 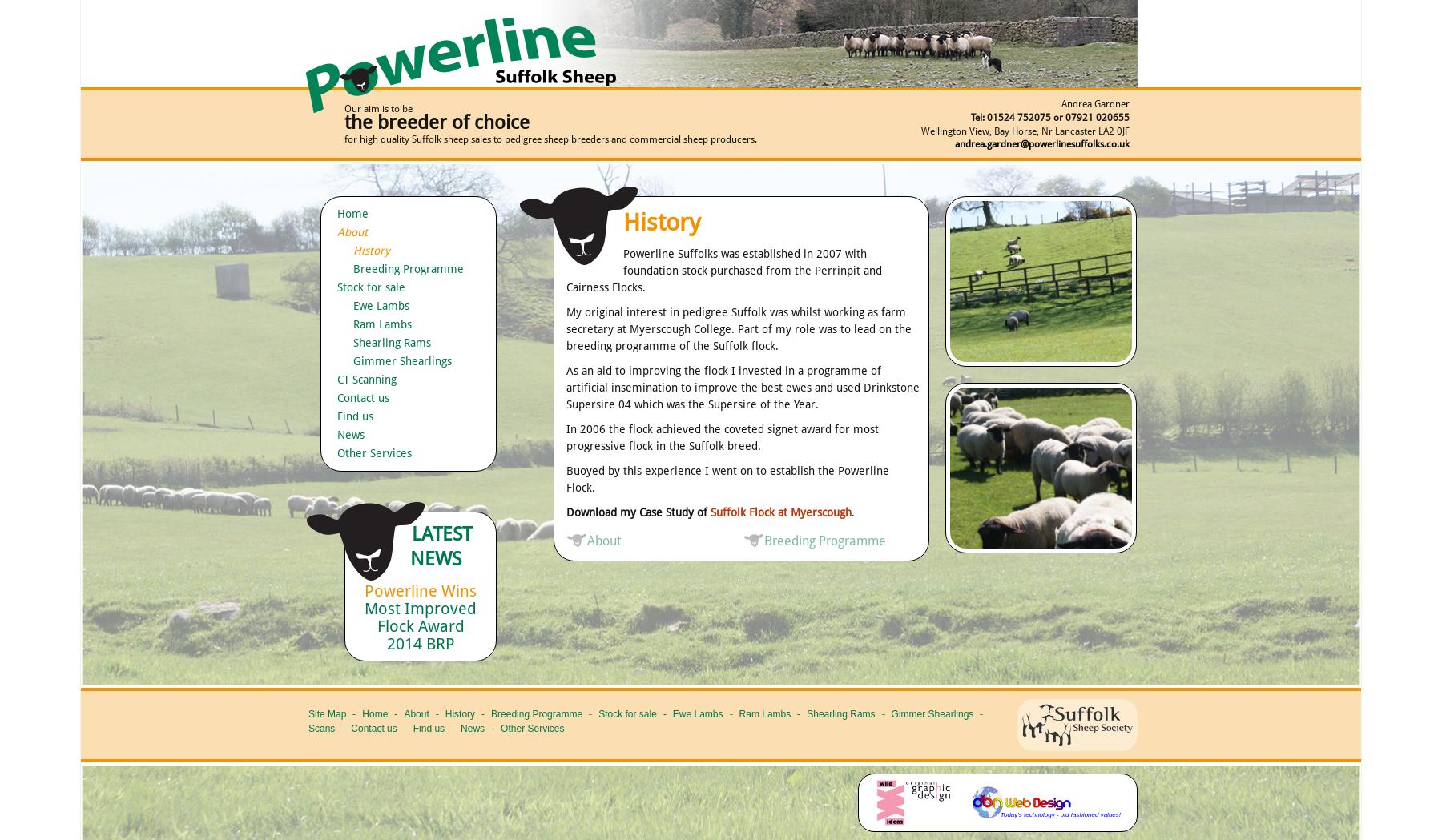 I want to click on 'As an aid to improving the flock I invested in a programme of artificial insemination to improve the best ewes and used Drinkstone Supersire 04 which was the Supersire of the Year.', so click(x=566, y=388).